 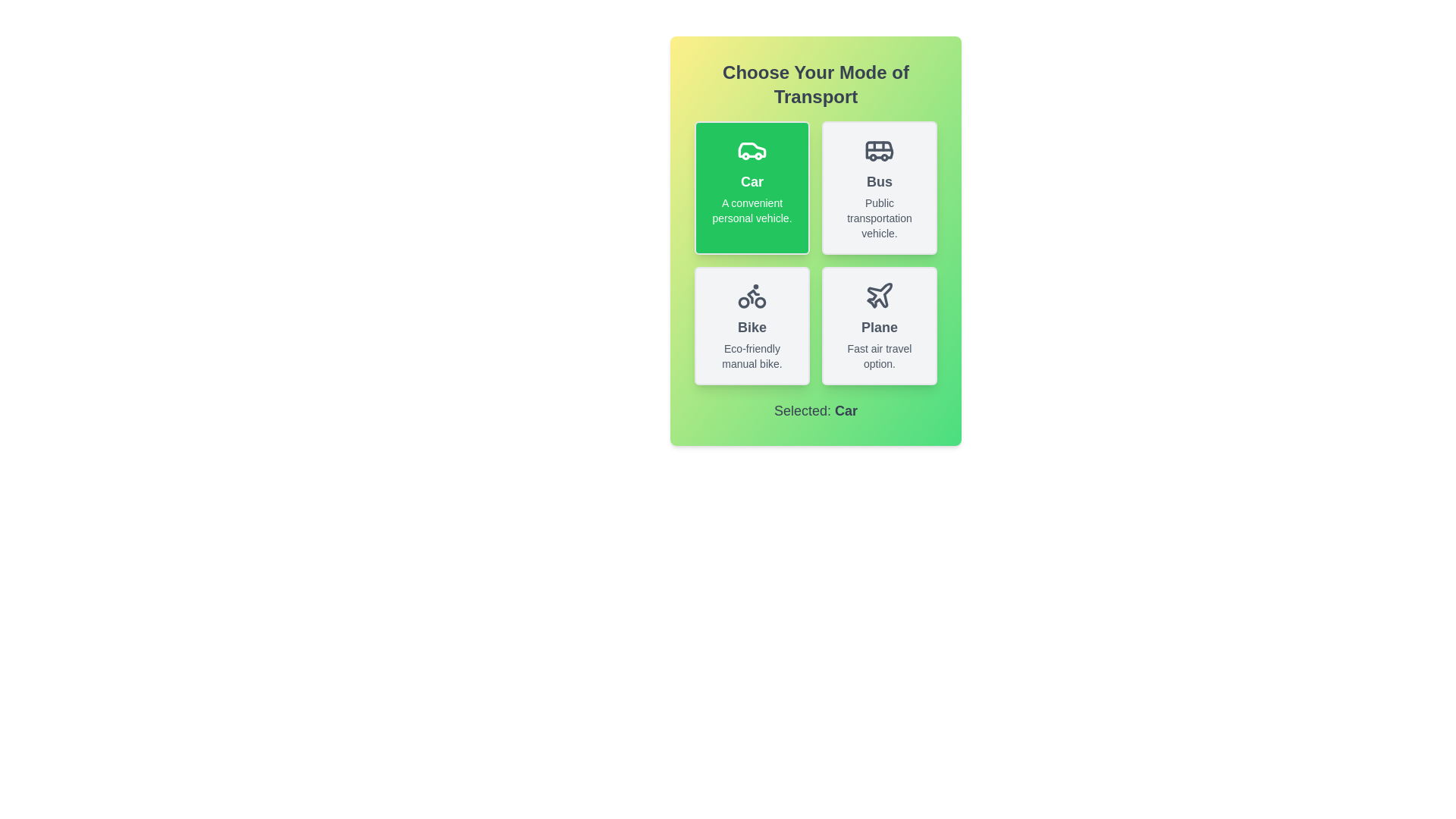 I want to click on the transport mode Plane by clicking the corresponding button, so click(x=880, y=325).